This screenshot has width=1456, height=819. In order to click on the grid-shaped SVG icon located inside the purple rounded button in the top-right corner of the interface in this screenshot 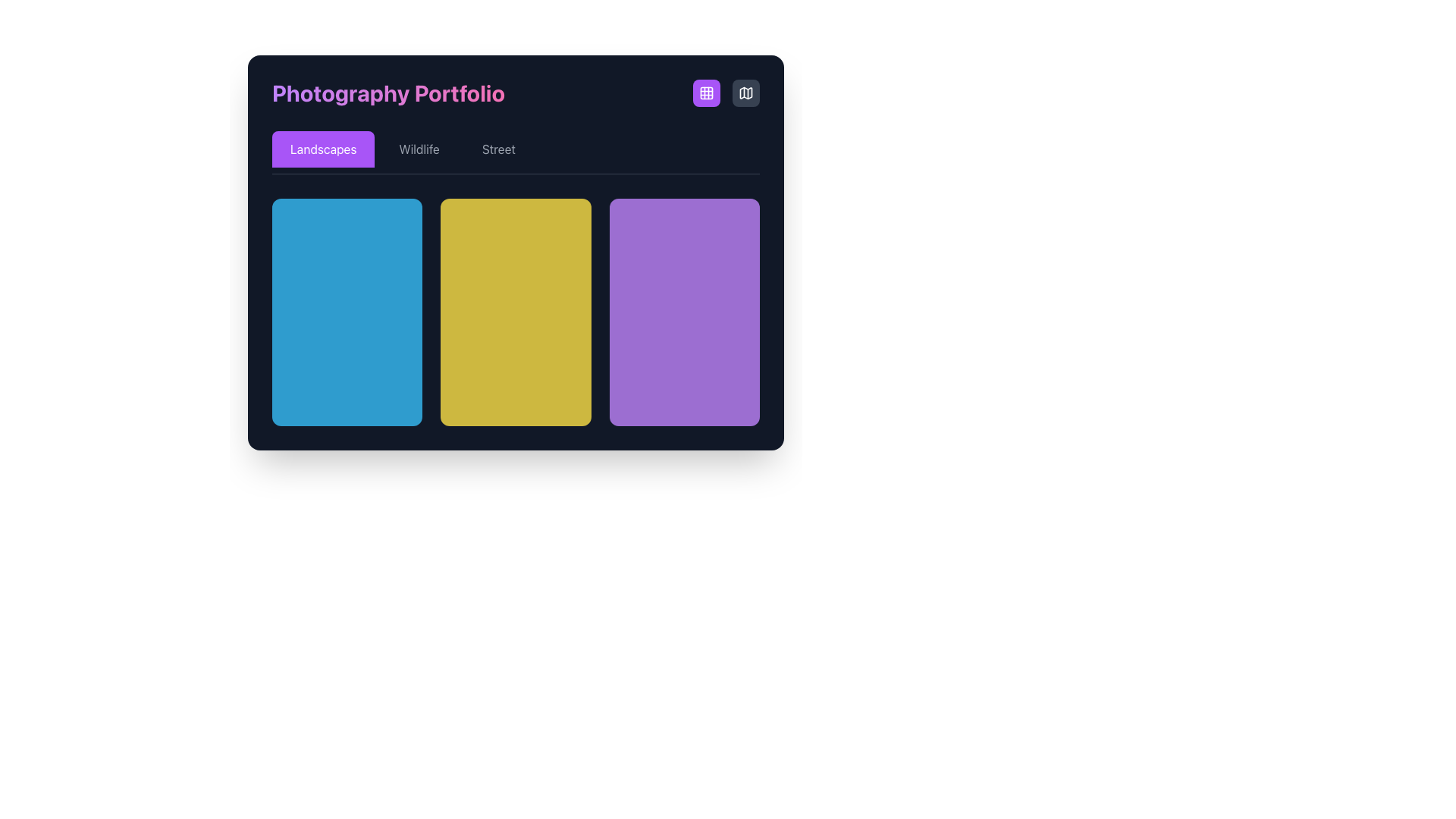, I will do `click(705, 93)`.